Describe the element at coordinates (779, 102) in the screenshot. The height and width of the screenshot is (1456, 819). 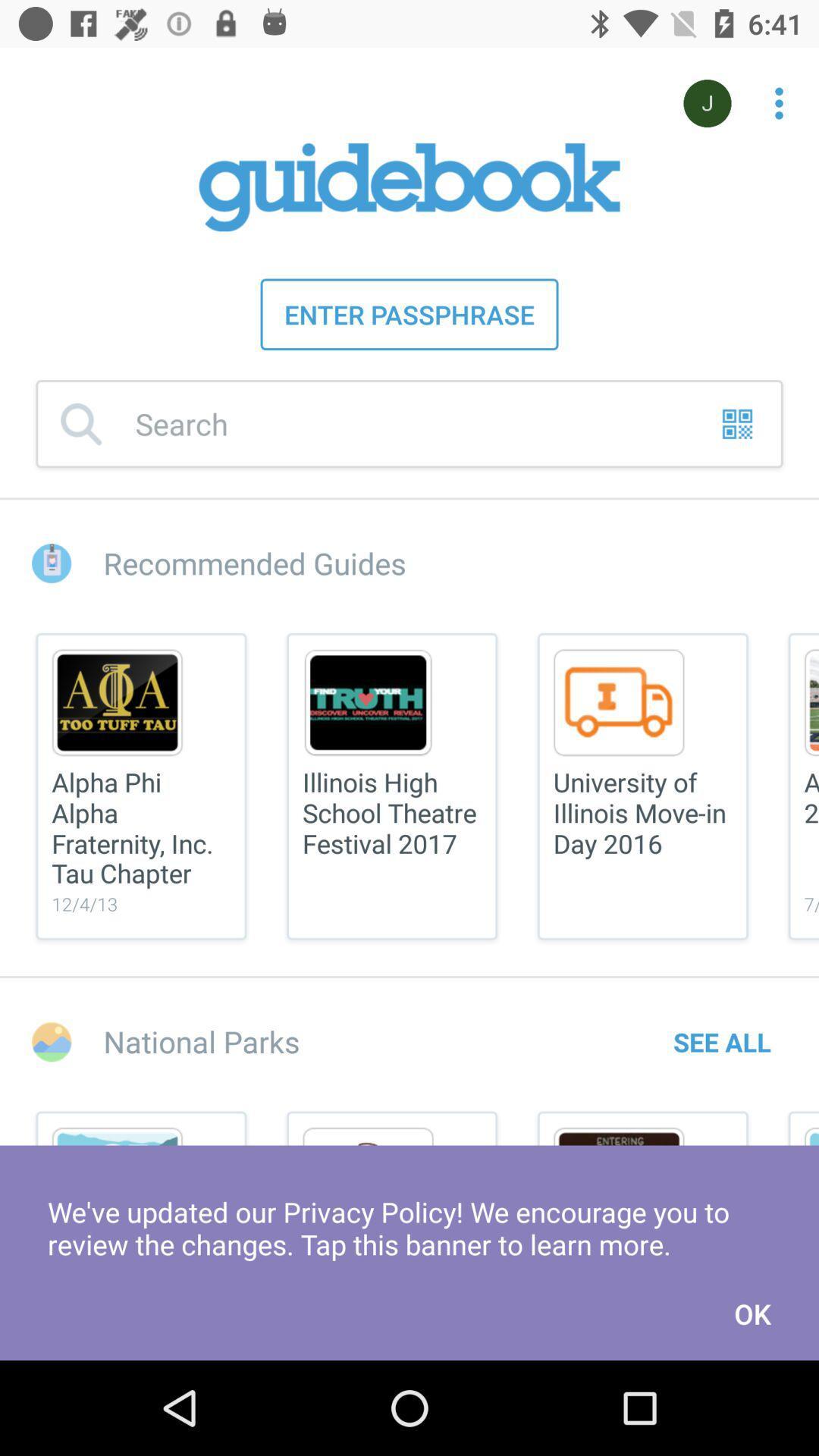
I see `the more icon` at that location.